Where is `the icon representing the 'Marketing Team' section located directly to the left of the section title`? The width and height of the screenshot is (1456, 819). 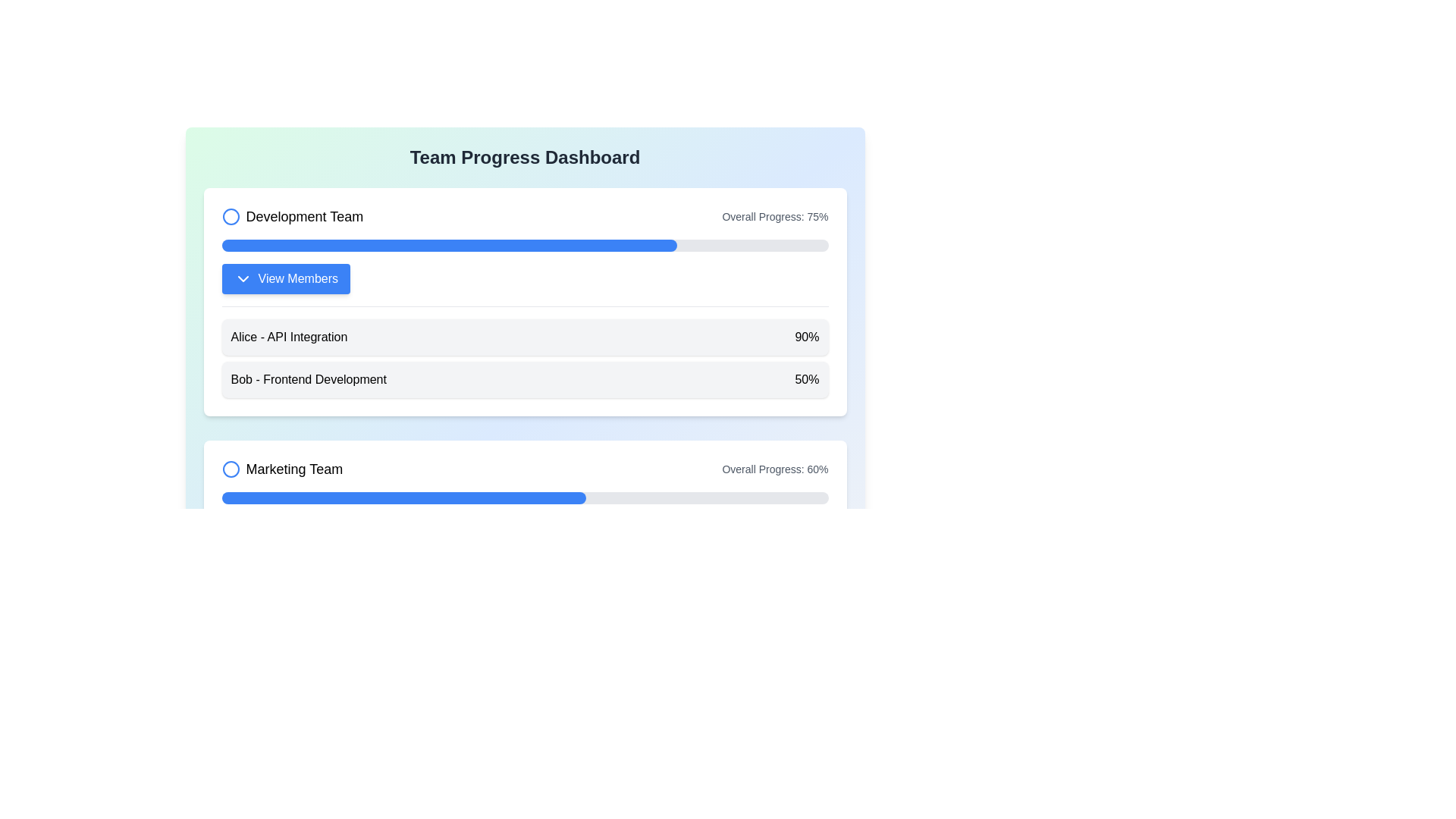 the icon representing the 'Marketing Team' section located directly to the left of the section title is located at coordinates (230, 468).